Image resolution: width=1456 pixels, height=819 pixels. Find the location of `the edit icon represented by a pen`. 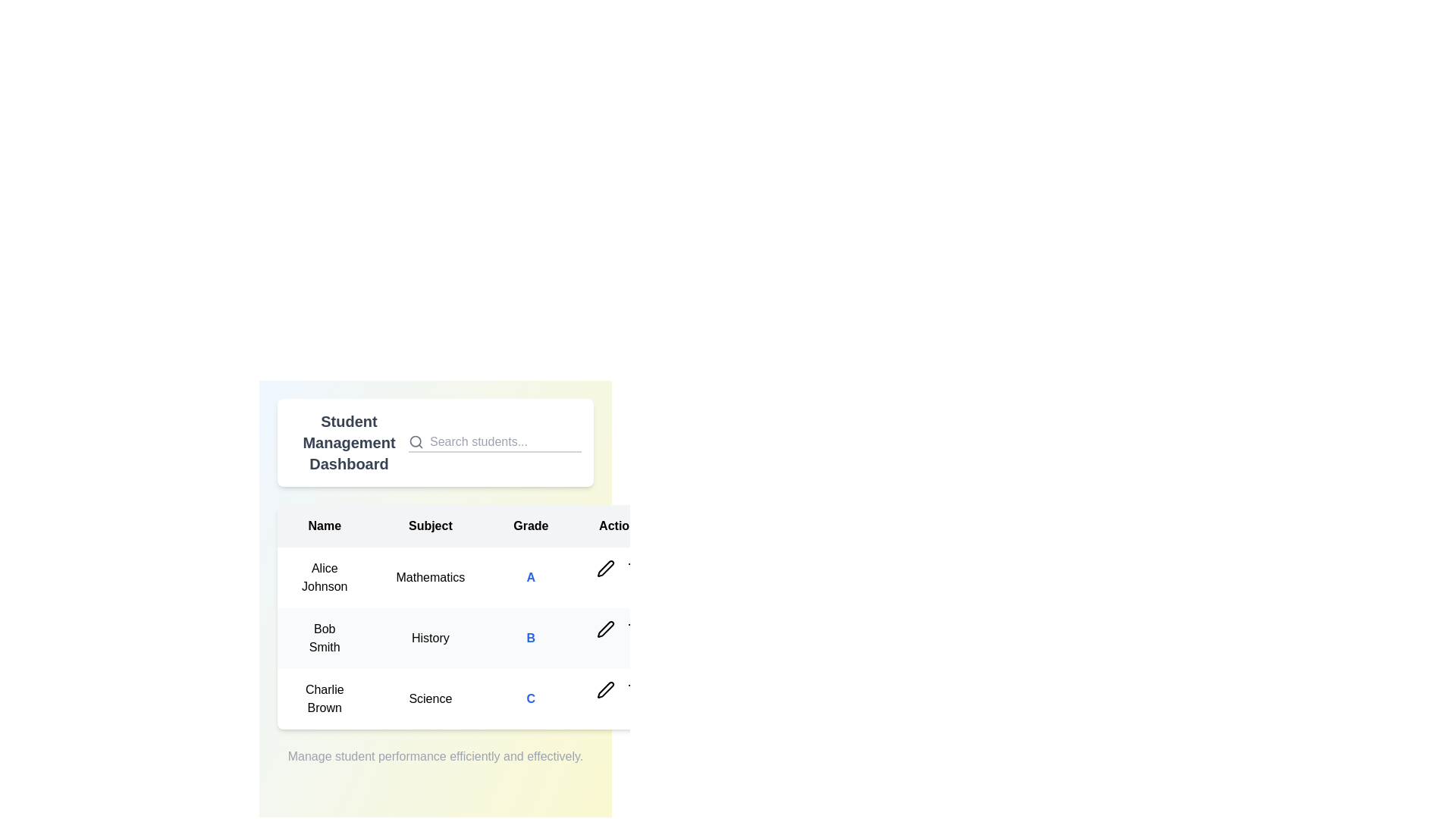

the edit icon represented by a pen is located at coordinates (605, 629).